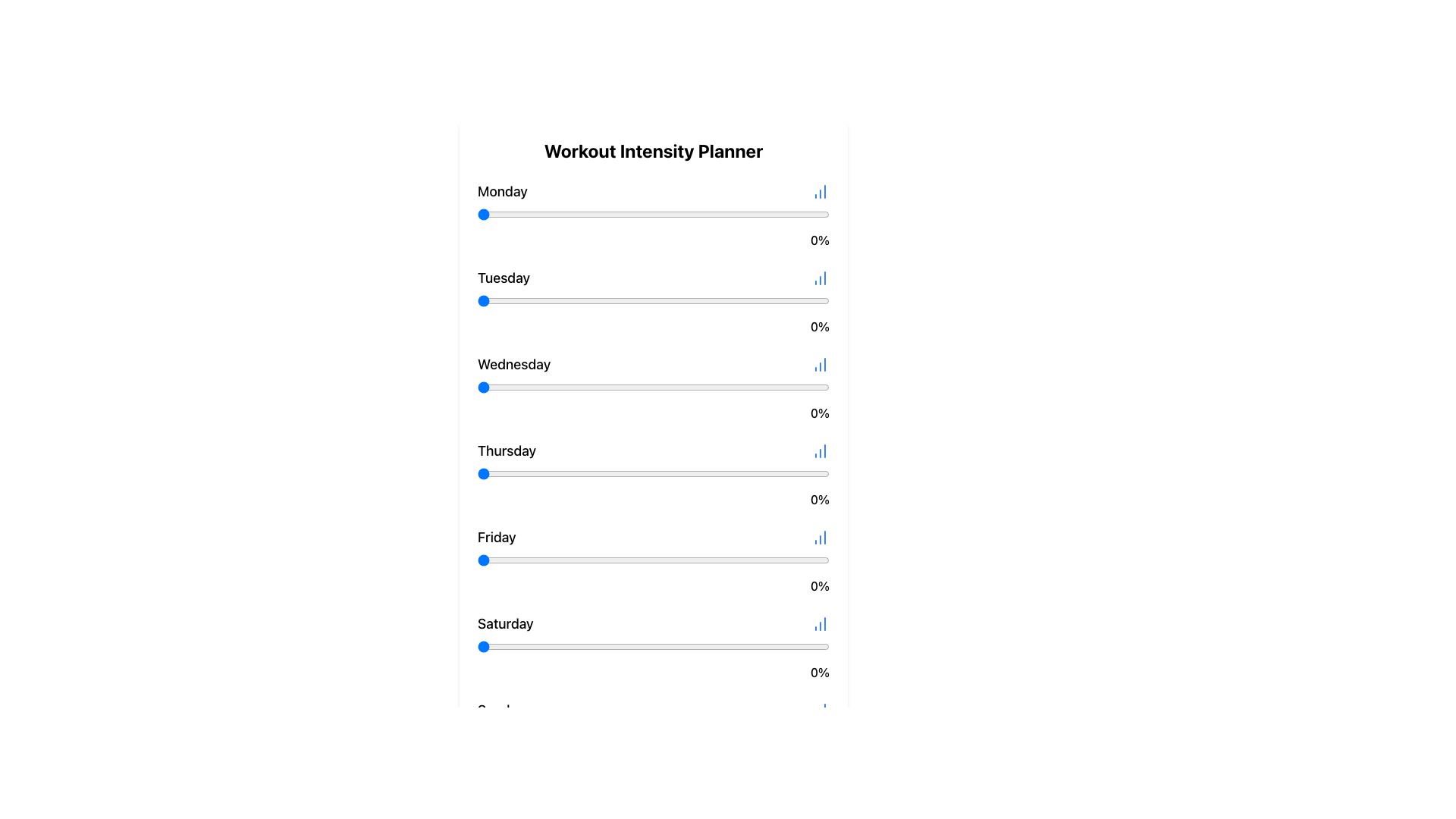  What do you see at coordinates (654, 500) in the screenshot?
I see `text content of the right-aligned text component displaying '0%' located beneath the slider bar in the Thursday section` at bounding box center [654, 500].